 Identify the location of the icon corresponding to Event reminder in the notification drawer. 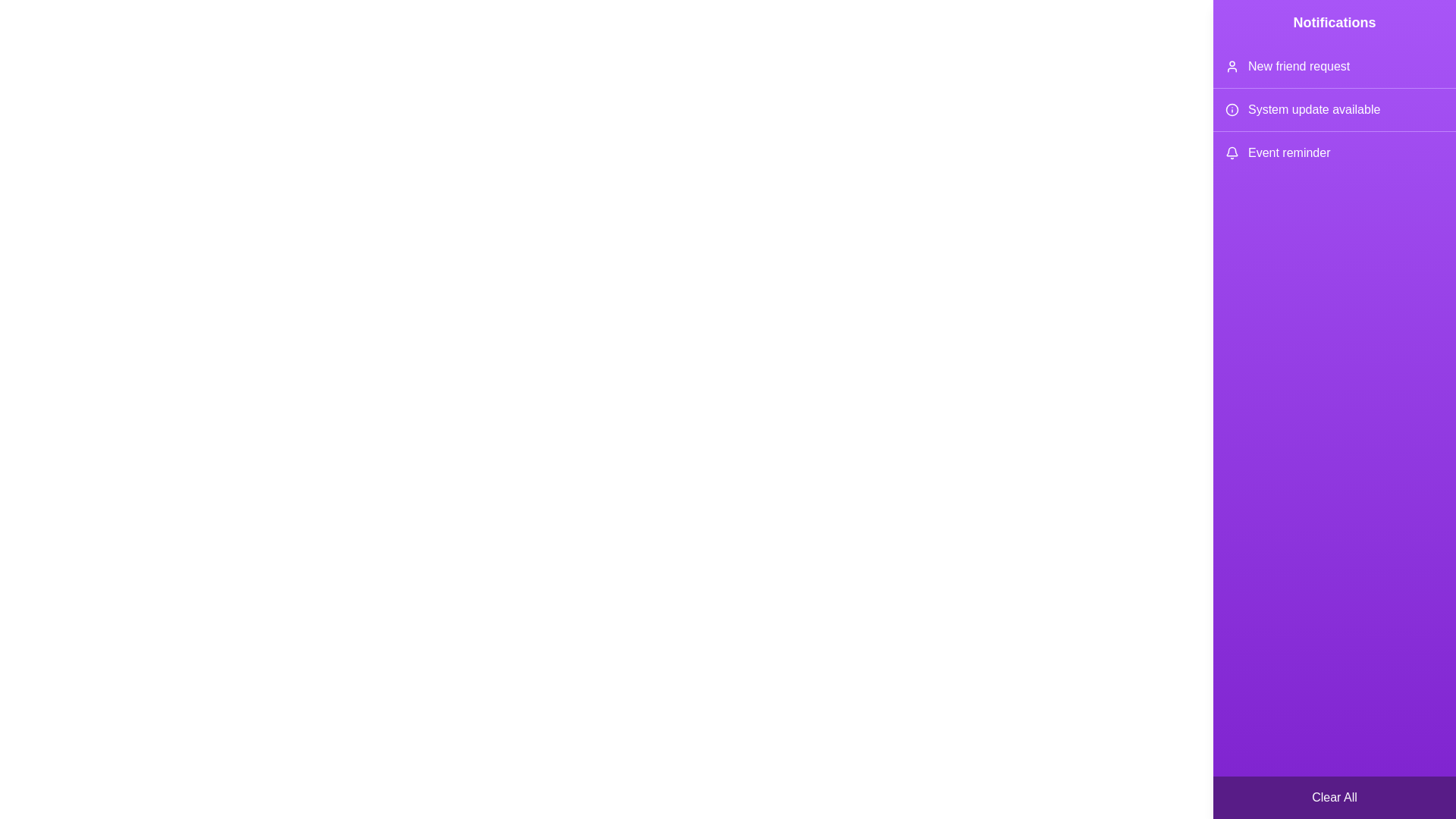
(1232, 152).